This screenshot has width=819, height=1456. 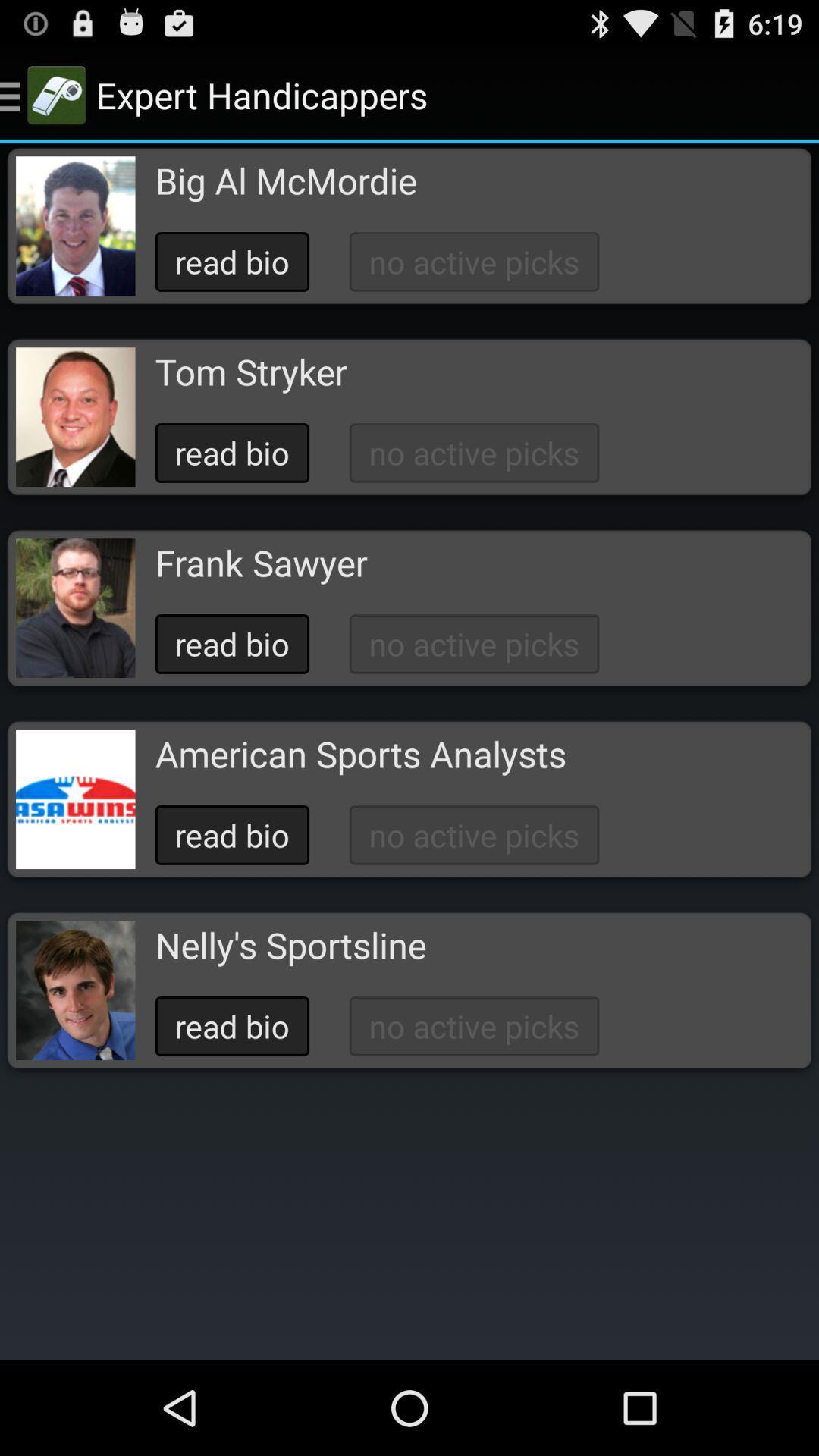 What do you see at coordinates (290, 944) in the screenshot?
I see `the item below read bio icon` at bounding box center [290, 944].